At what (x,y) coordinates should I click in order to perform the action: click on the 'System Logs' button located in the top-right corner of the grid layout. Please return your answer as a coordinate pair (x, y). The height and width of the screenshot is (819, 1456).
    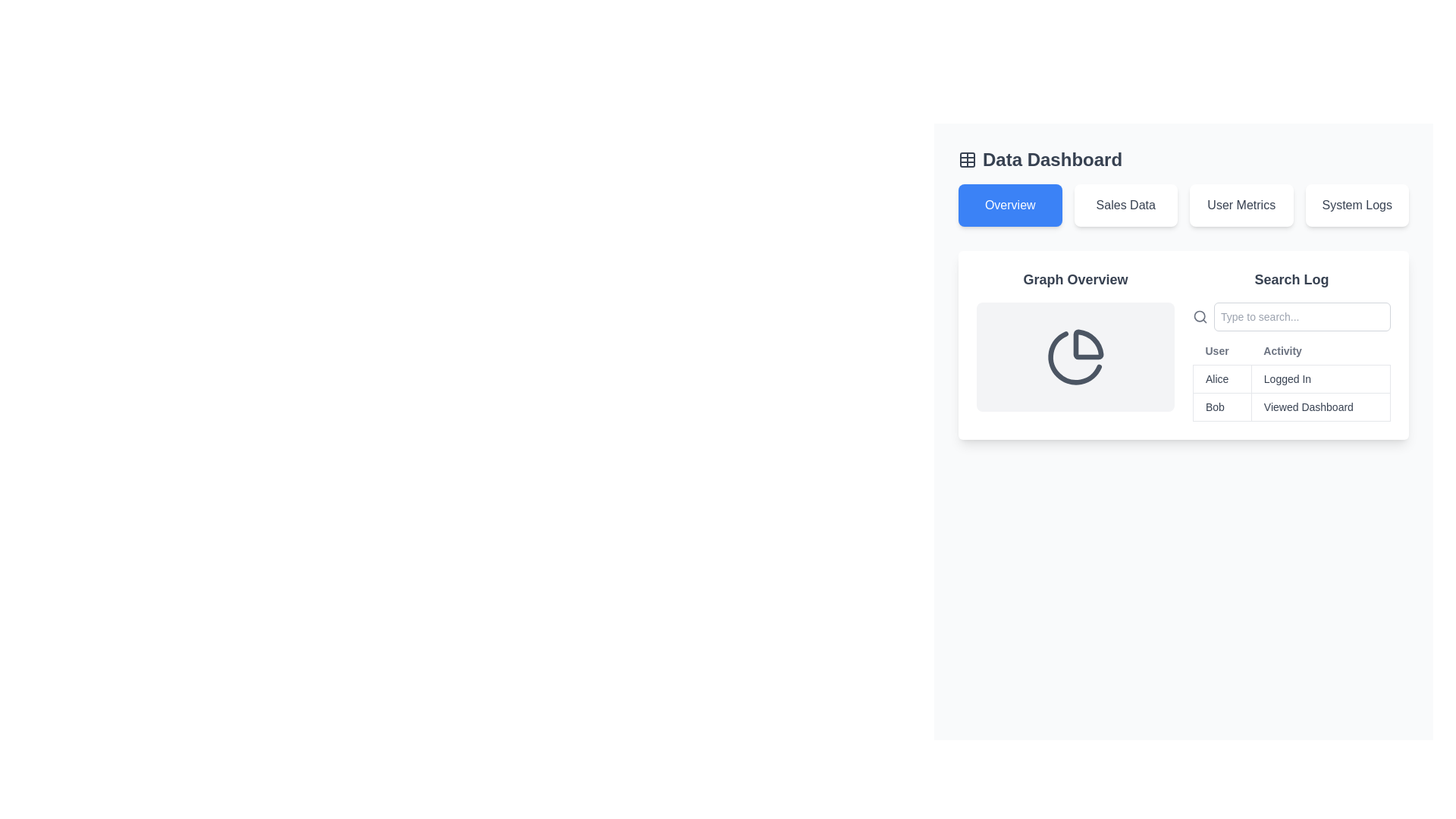
    Looking at the image, I should click on (1357, 205).